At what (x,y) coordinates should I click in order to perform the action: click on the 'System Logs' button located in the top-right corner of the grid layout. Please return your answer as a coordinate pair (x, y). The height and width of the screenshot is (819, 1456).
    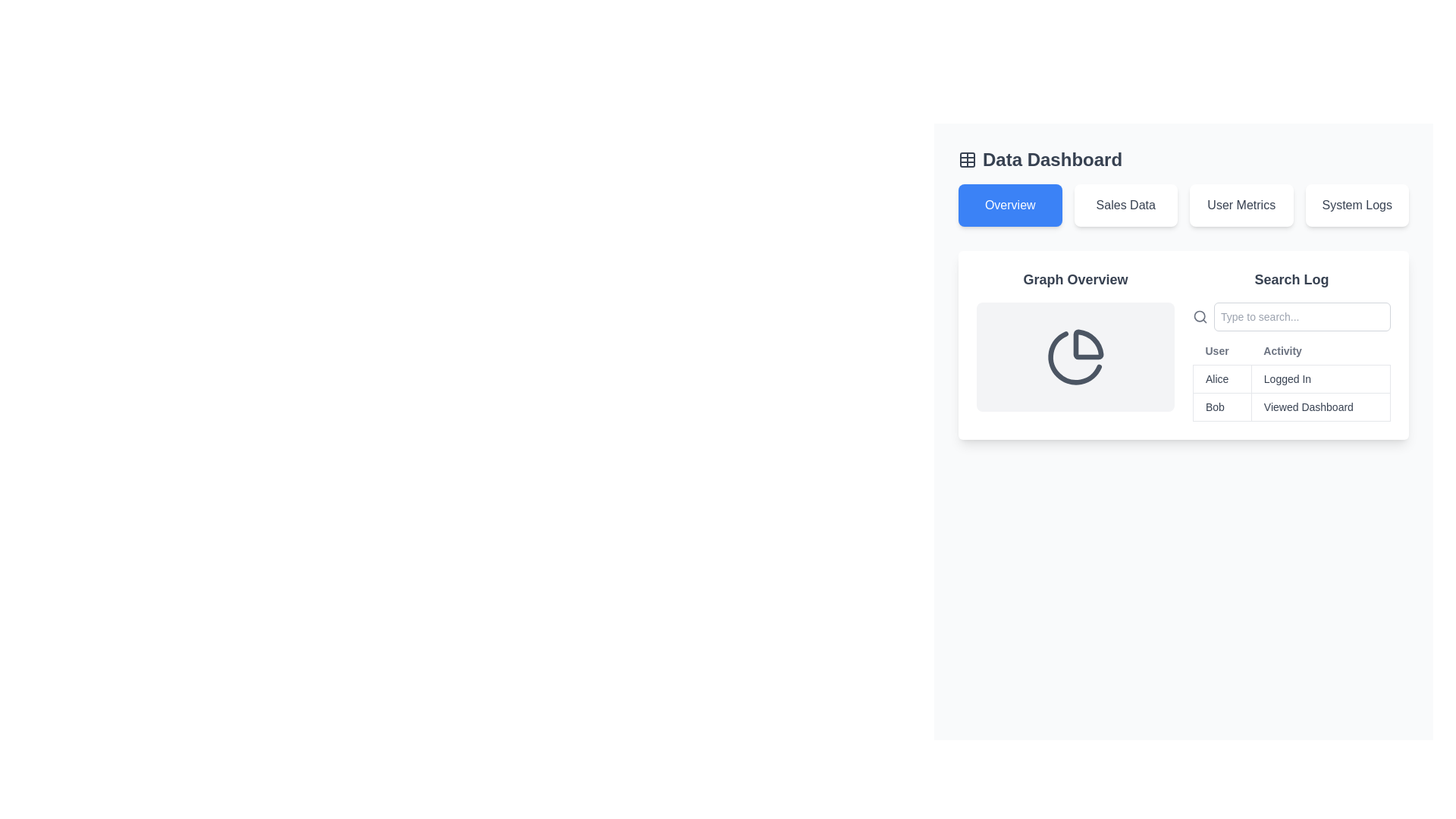
    Looking at the image, I should click on (1357, 205).